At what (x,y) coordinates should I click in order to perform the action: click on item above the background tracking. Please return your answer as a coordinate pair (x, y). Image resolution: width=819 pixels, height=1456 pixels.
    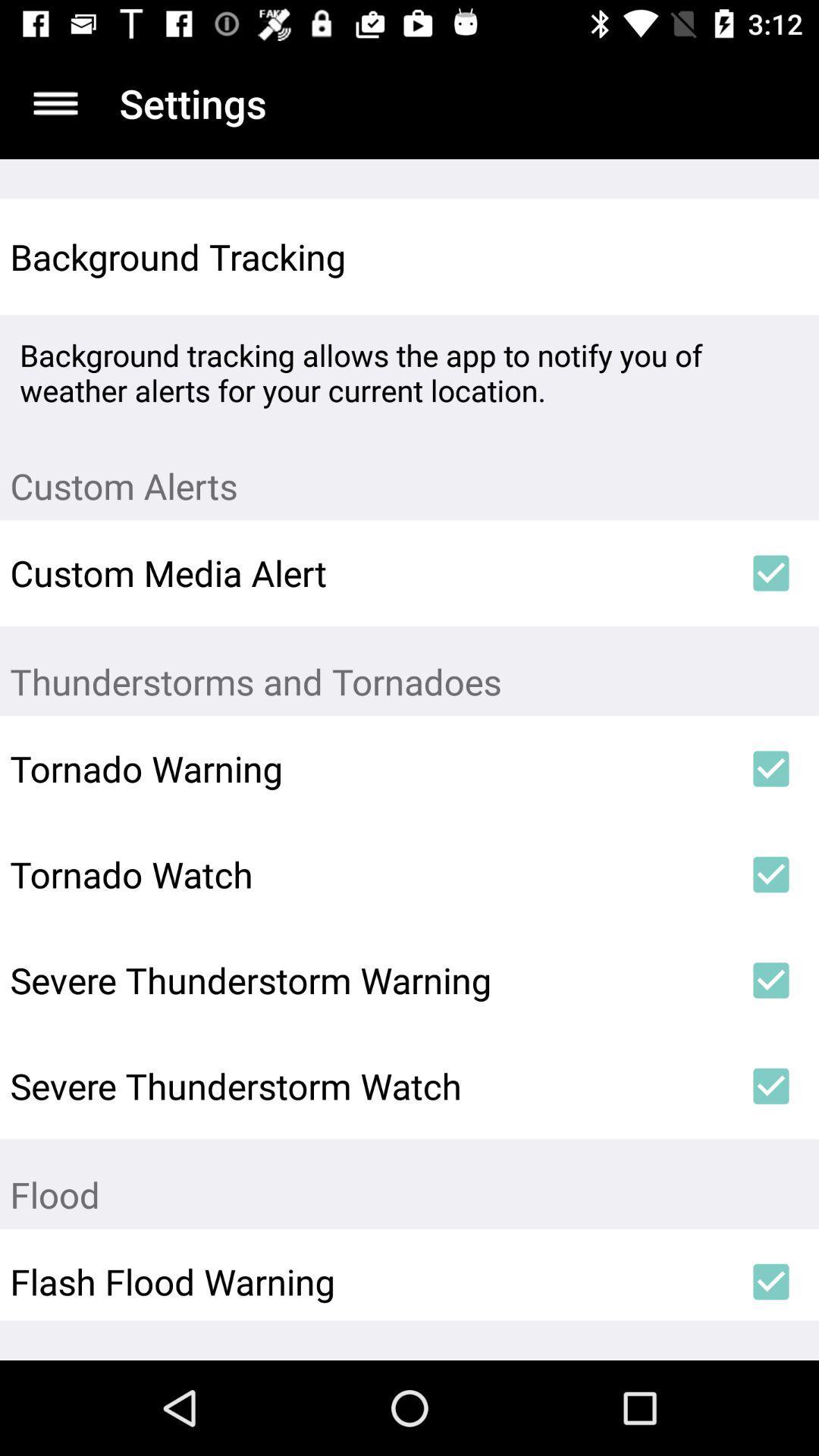
    Looking at the image, I should click on (55, 102).